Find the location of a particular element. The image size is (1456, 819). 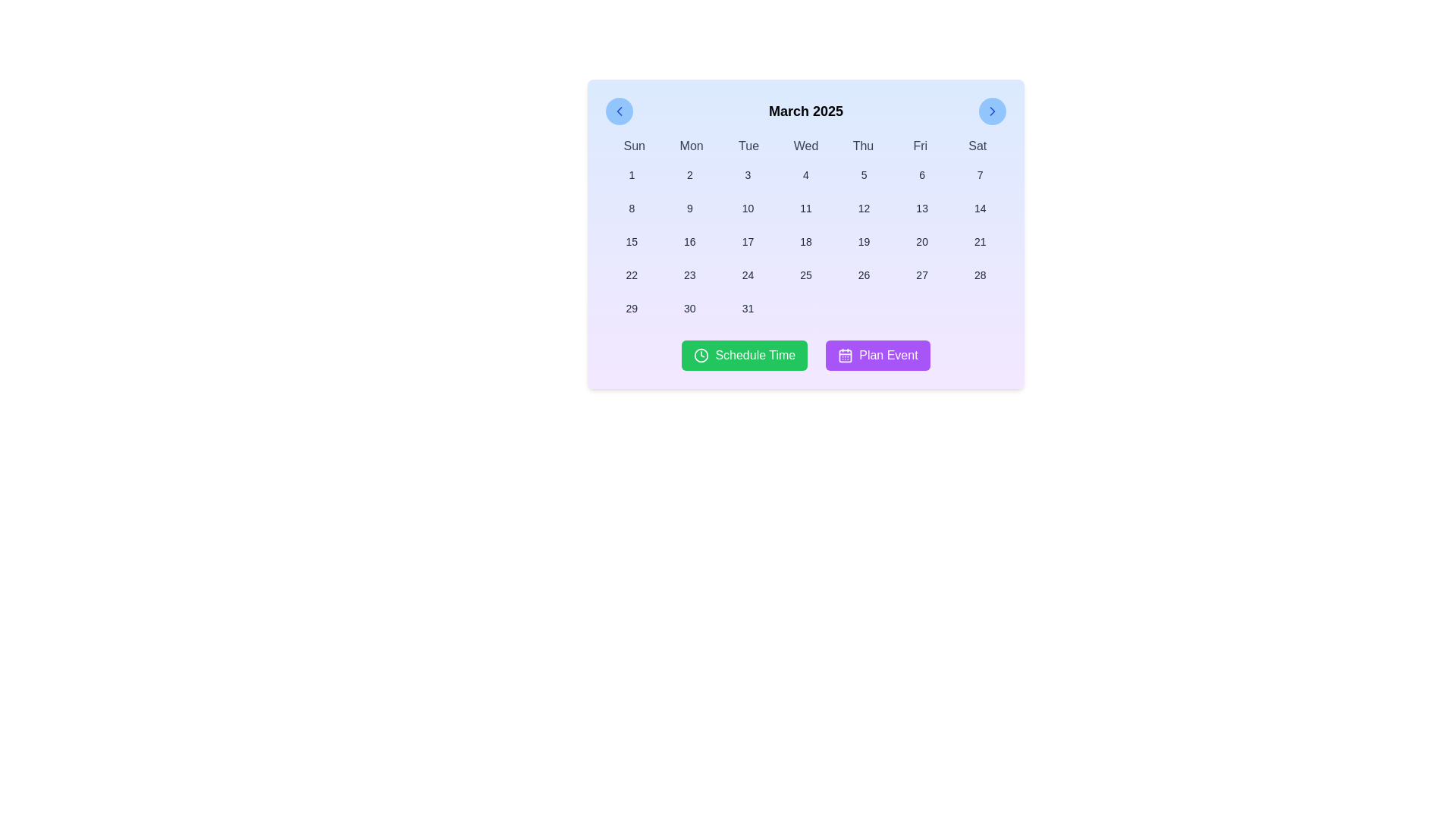

the Decorative component within the purple calendar icon, which is a rounded rectangle located in the bottom section of the calendar icon, next to the 'Plan Event' button is located at coordinates (845, 356).